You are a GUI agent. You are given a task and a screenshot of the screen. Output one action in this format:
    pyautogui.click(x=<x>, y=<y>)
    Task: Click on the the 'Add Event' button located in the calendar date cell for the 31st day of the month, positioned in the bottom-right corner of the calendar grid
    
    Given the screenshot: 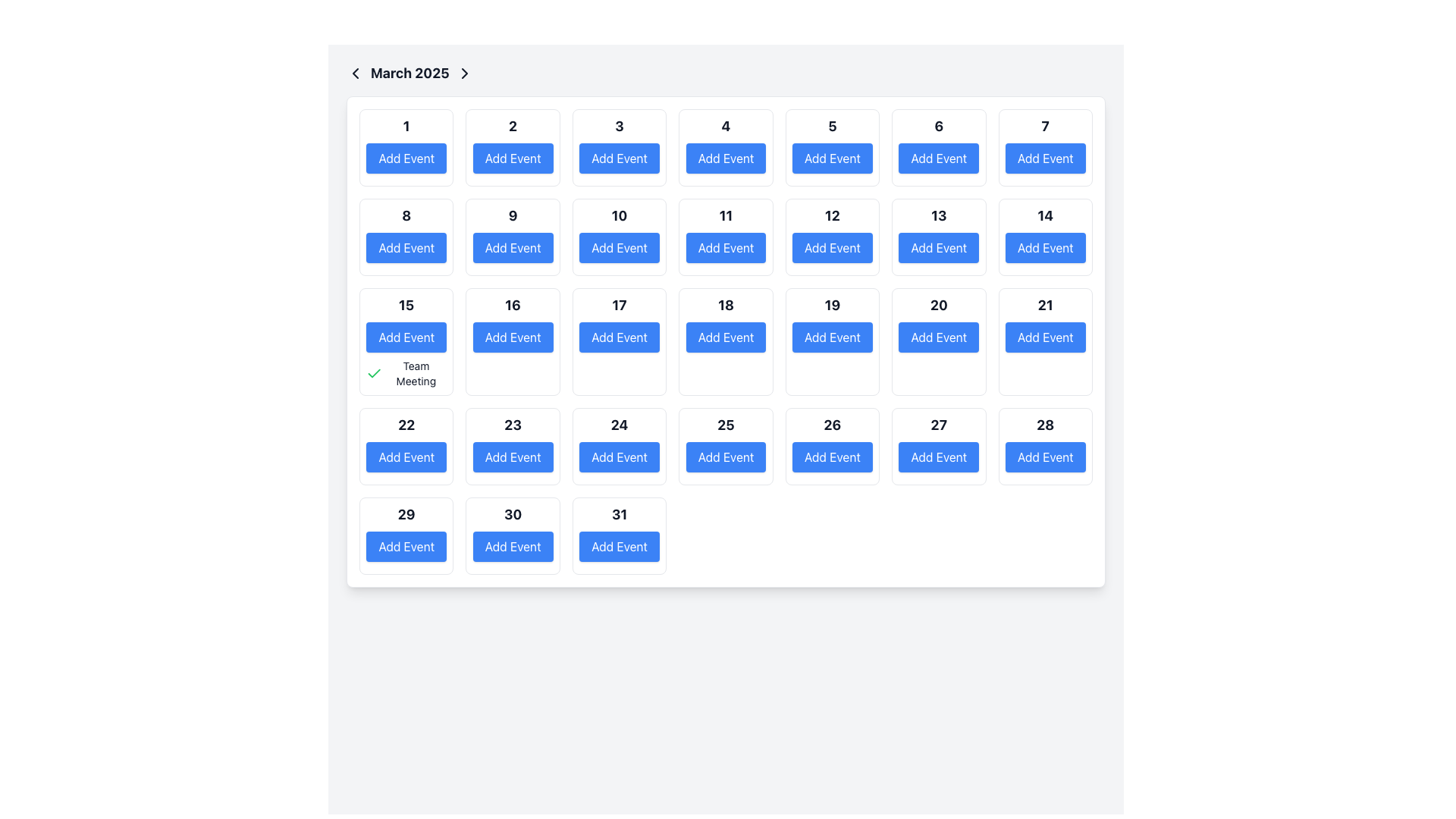 What is the action you would take?
    pyautogui.click(x=620, y=535)
    